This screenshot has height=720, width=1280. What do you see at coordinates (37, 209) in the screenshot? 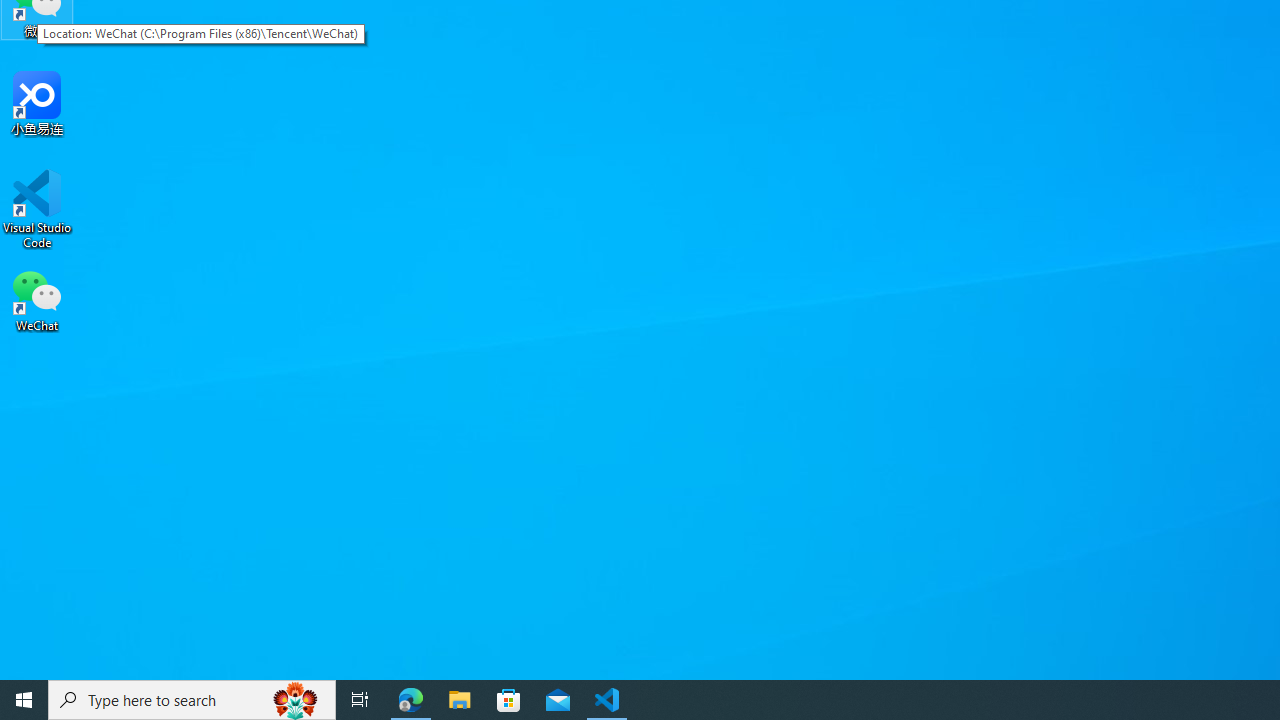
I see `'Visual Studio Code'` at bounding box center [37, 209].